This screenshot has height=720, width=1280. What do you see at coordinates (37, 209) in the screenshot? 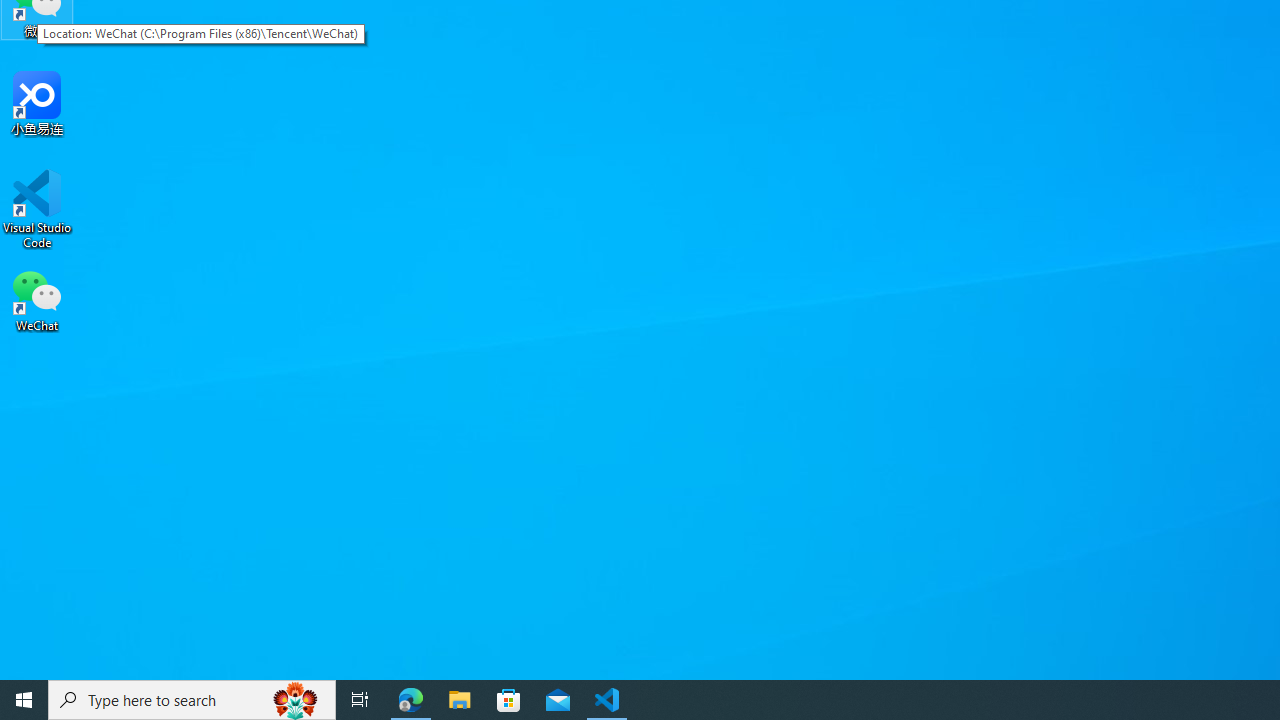
I see `'Visual Studio Code'` at bounding box center [37, 209].